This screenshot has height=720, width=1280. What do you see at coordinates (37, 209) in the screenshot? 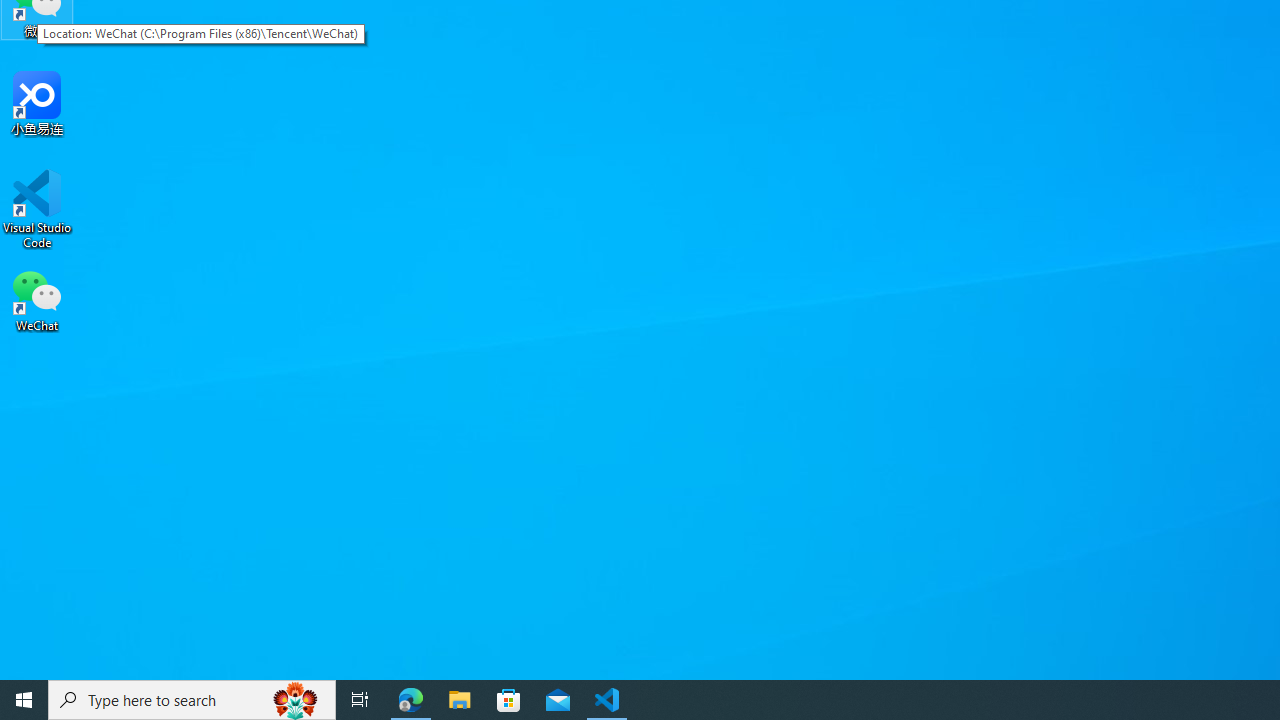
I see `'Visual Studio Code'` at bounding box center [37, 209].